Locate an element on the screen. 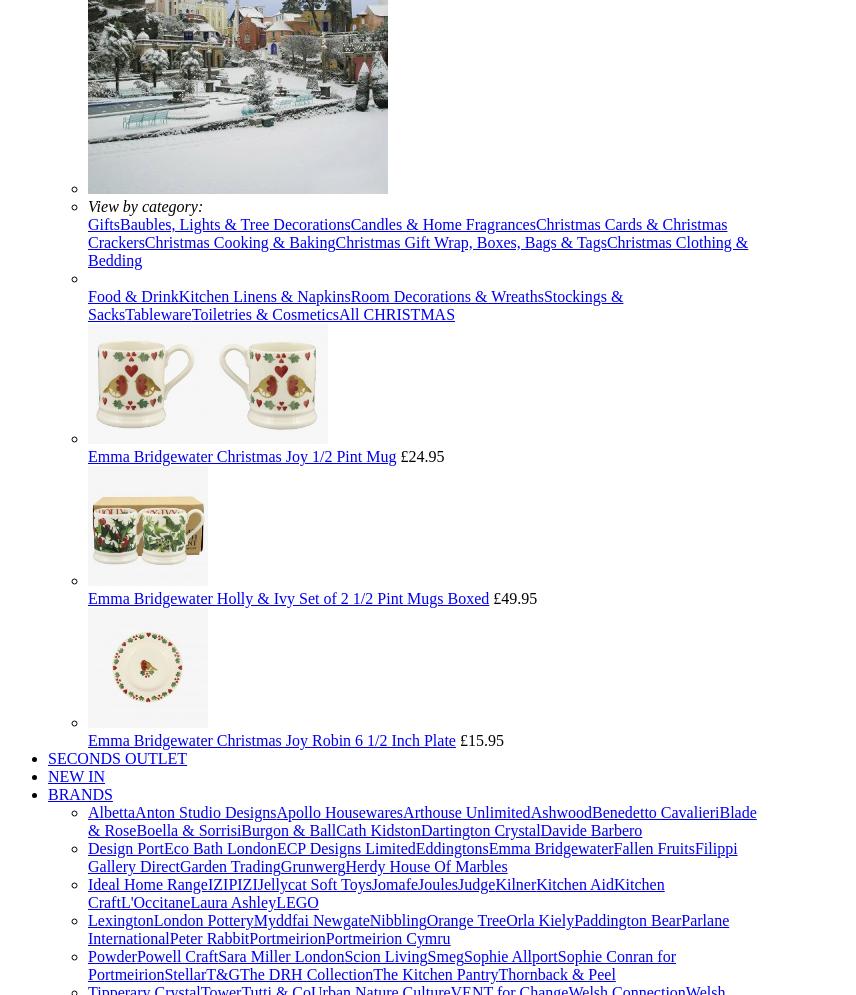 The image size is (856, 995). 'T&G' is located at coordinates (222, 973).